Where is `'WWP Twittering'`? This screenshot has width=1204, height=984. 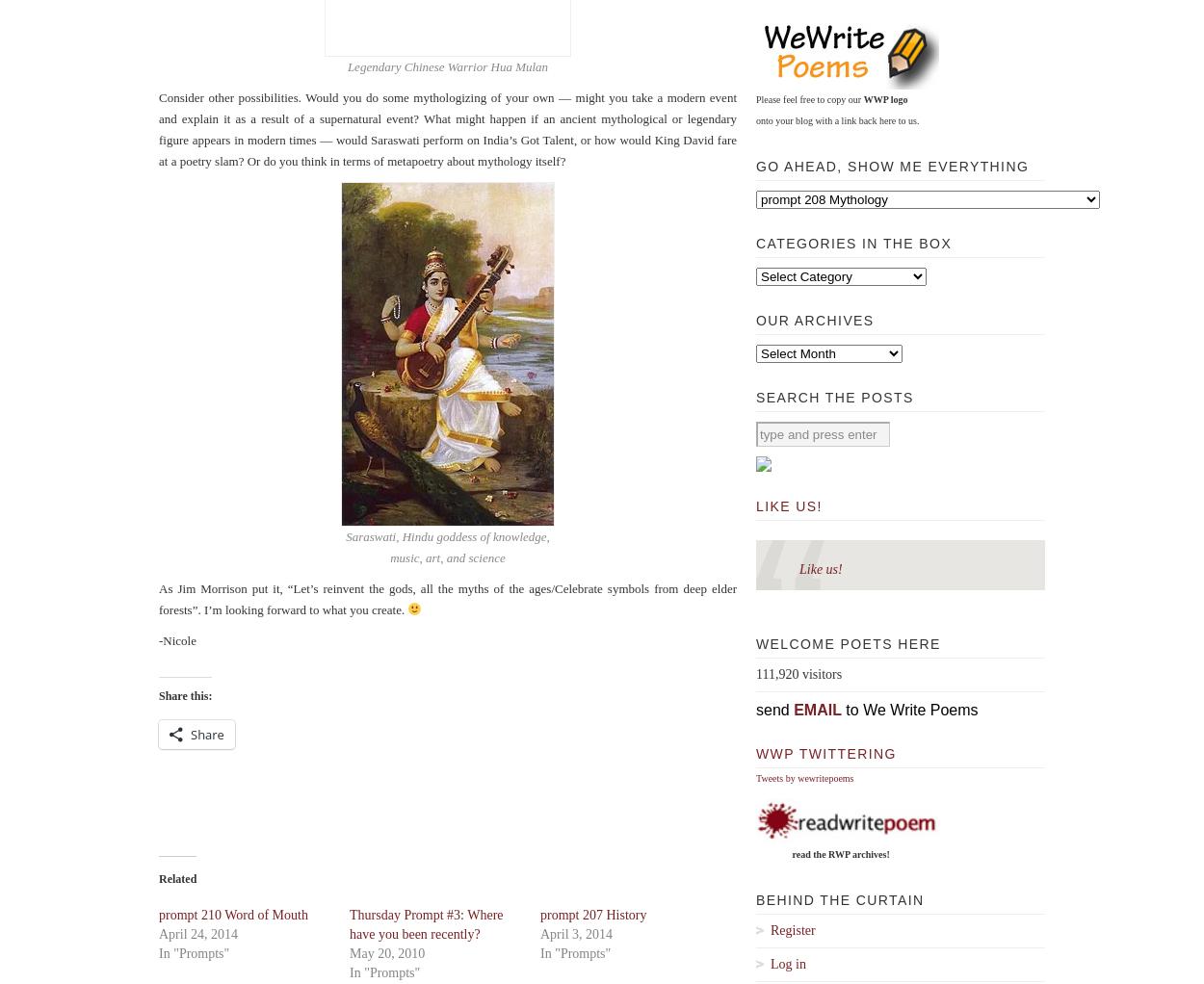 'WWP Twittering' is located at coordinates (824, 753).